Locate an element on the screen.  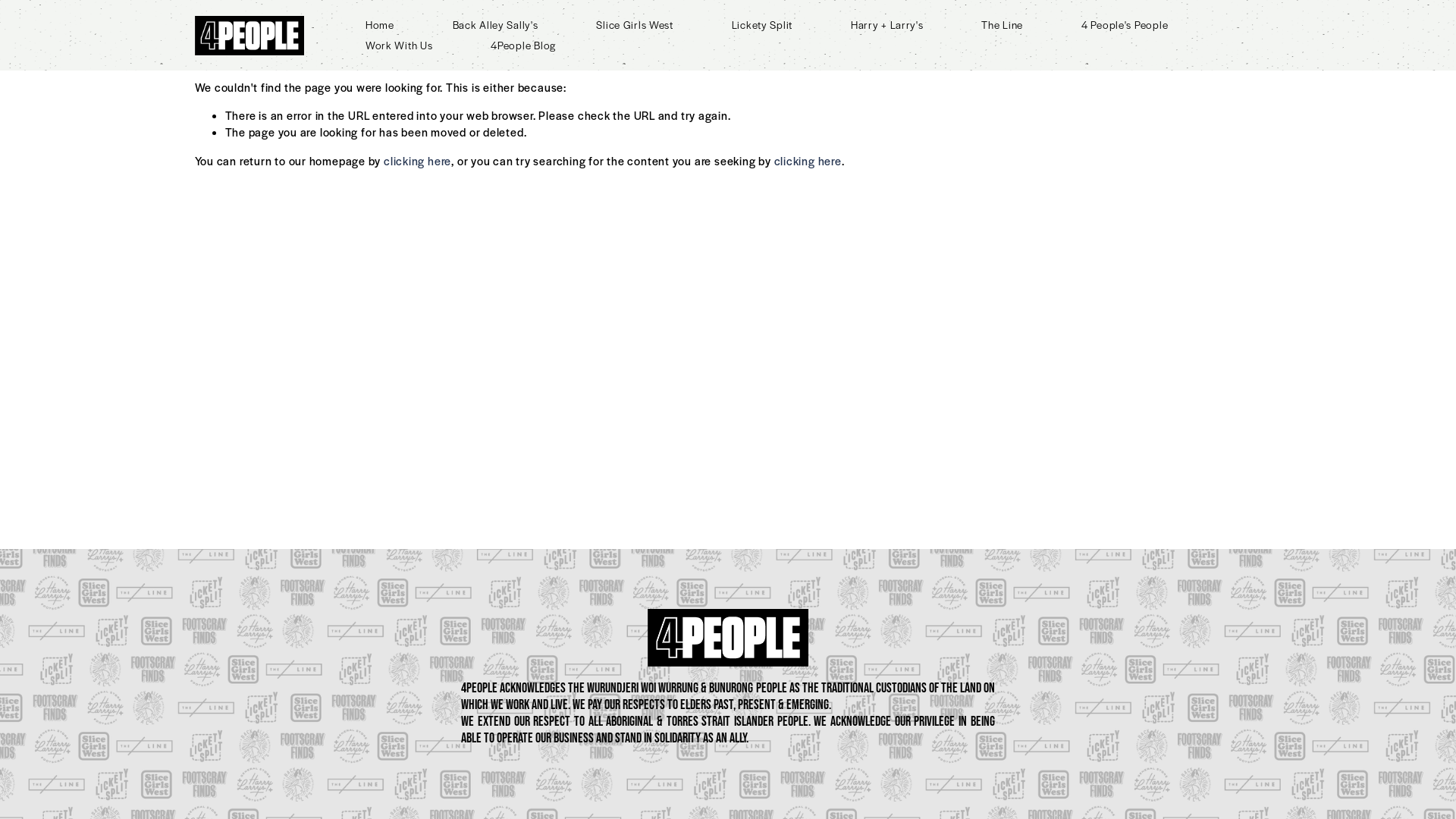
'Lickety Split' is located at coordinates (761, 24).